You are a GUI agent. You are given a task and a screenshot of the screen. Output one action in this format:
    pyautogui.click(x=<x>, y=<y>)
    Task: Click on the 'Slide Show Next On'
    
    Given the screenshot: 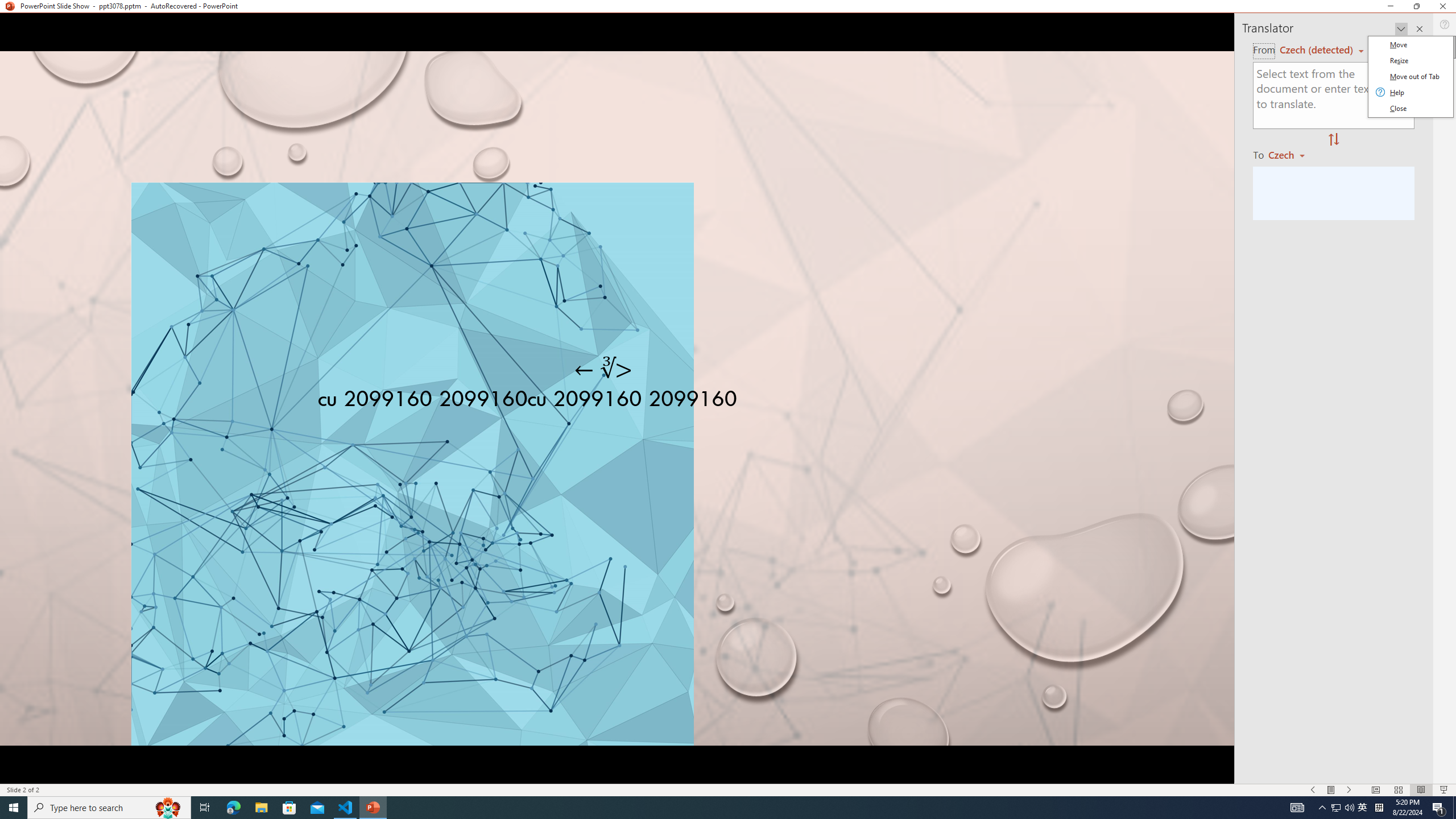 What is the action you would take?
    pyautogui.click(x=1349, y=790)
    